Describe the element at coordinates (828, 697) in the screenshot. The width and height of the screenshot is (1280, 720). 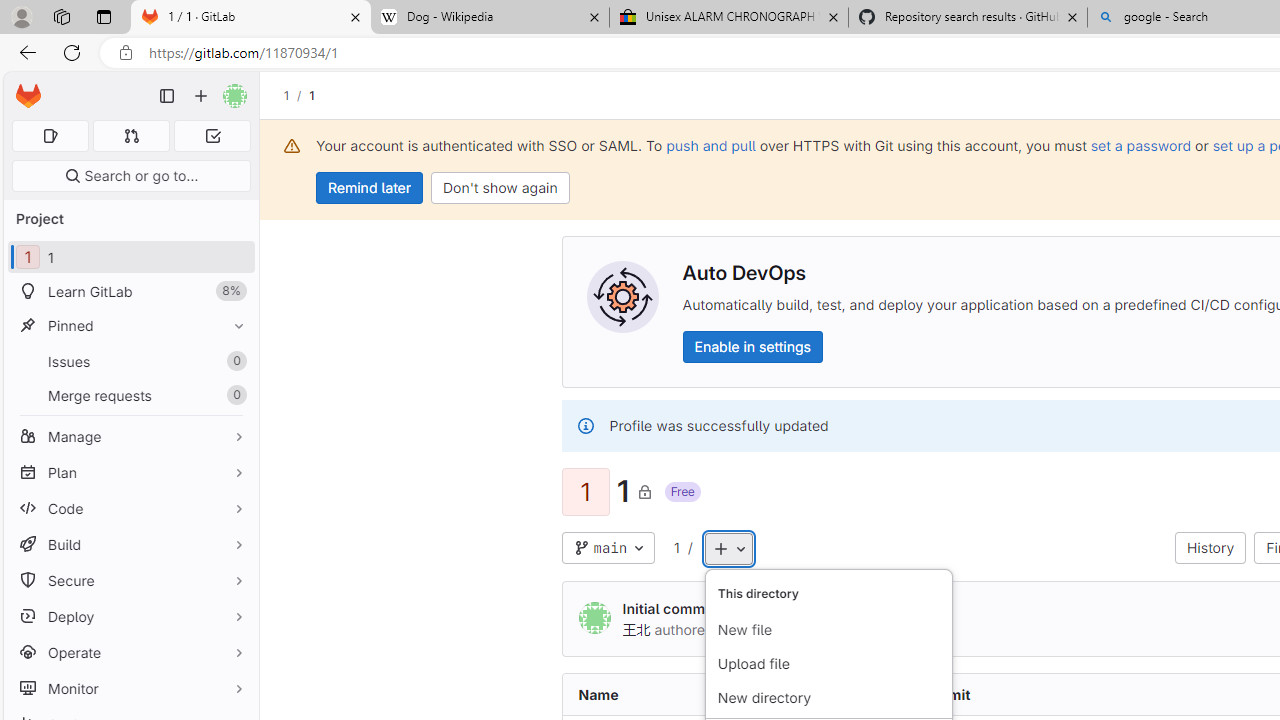
I see `'New directory'` at that location.